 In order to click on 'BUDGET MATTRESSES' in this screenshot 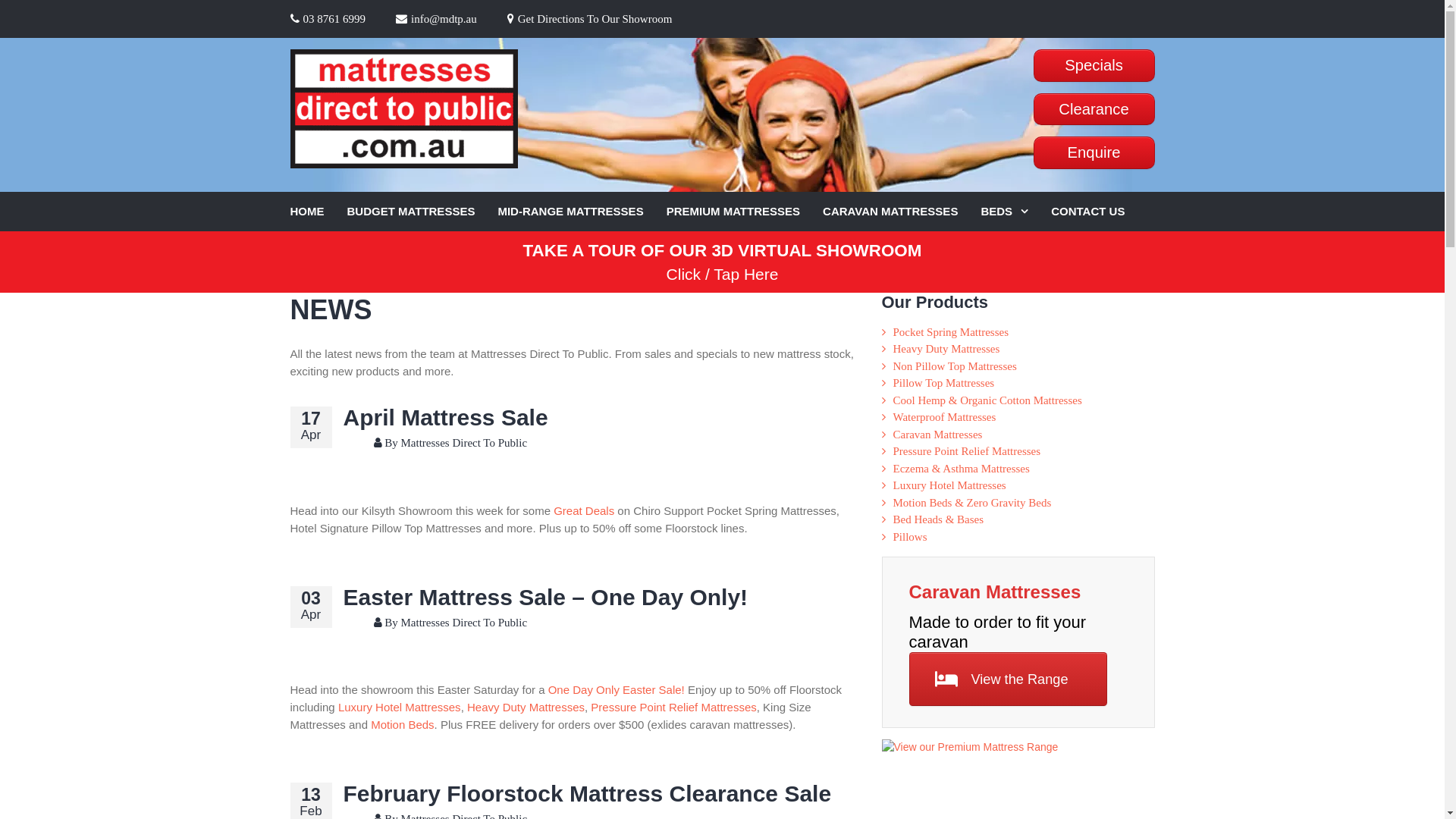, I will do `click(422, 212)`.